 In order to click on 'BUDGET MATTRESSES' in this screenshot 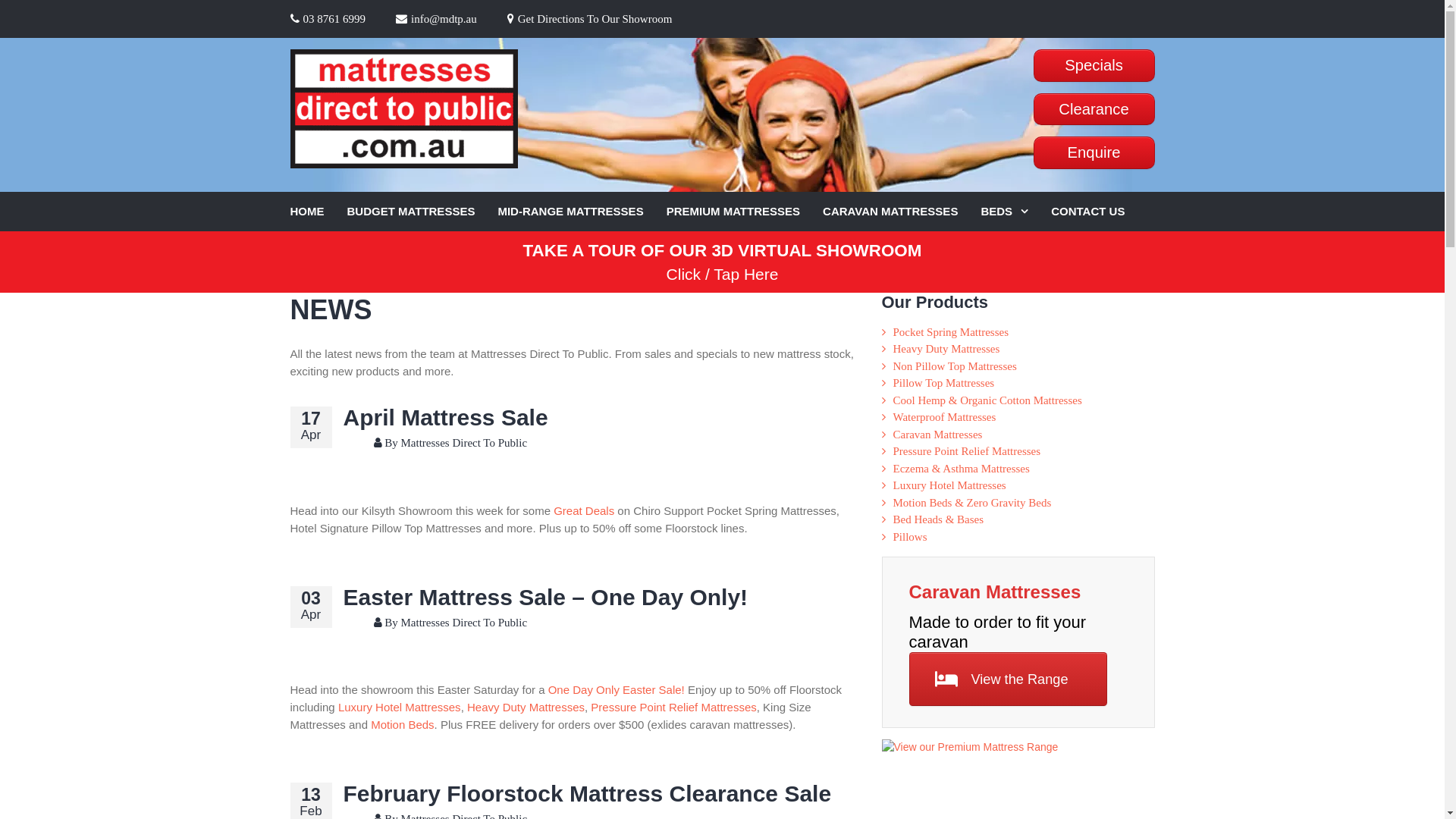, I will do `click(422, 212)`.